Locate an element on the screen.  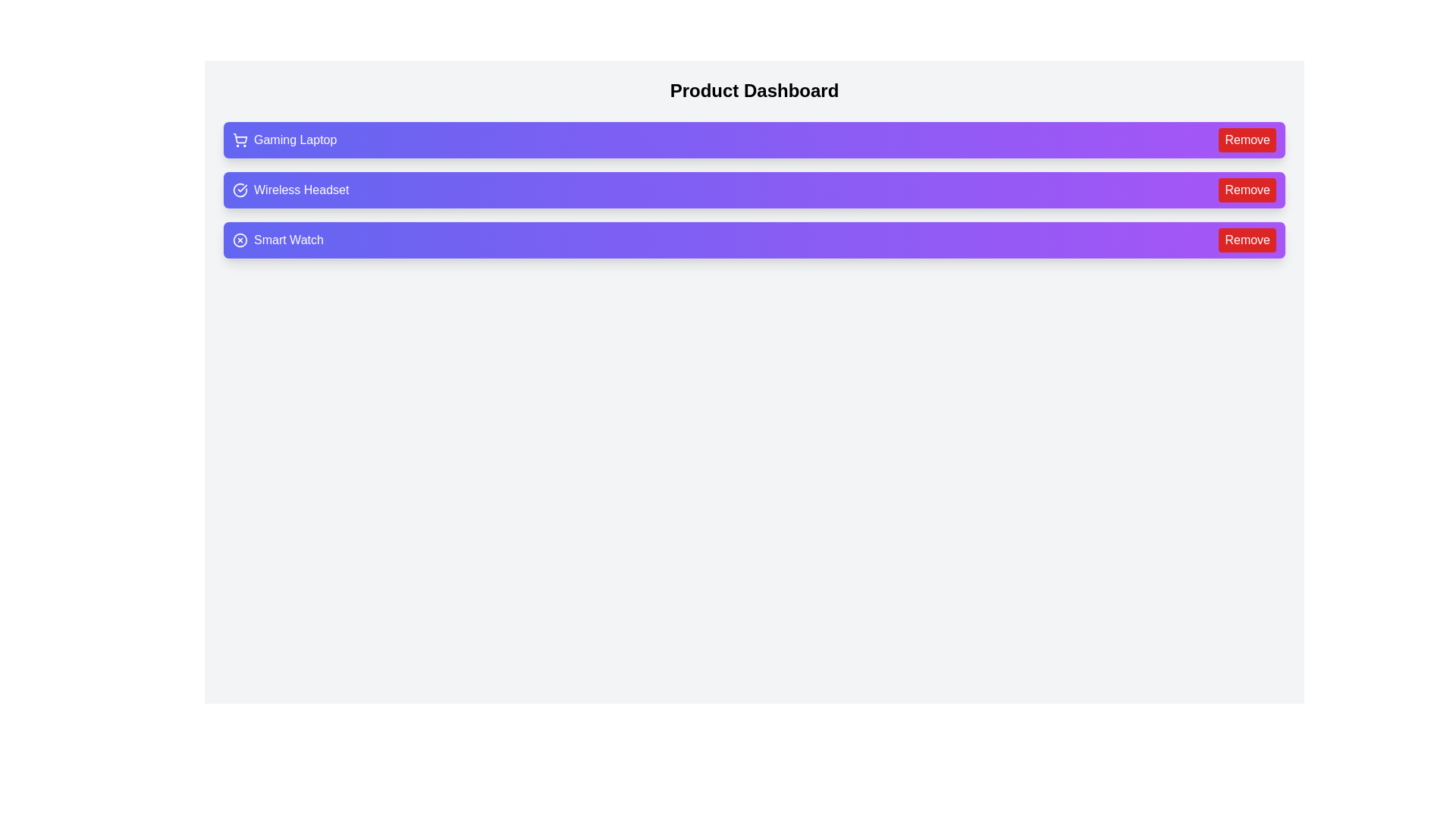
'Remove' button for the product labeled Wireless Headset is located at coordinates (1247, 189).